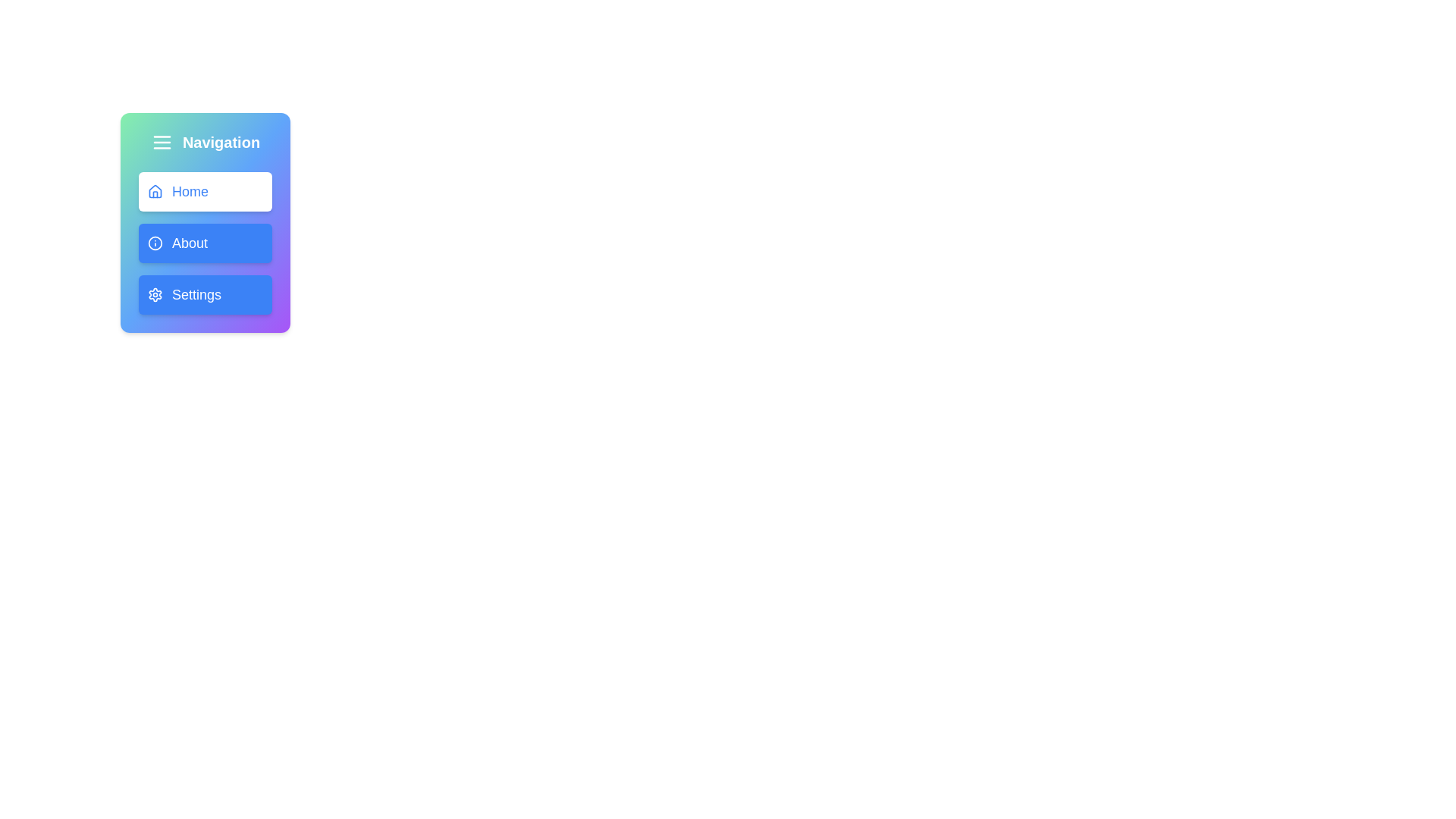  I want to click on the top navigation button that redirects to the 'Home' section to observe the hover effects, so click(204, 191).